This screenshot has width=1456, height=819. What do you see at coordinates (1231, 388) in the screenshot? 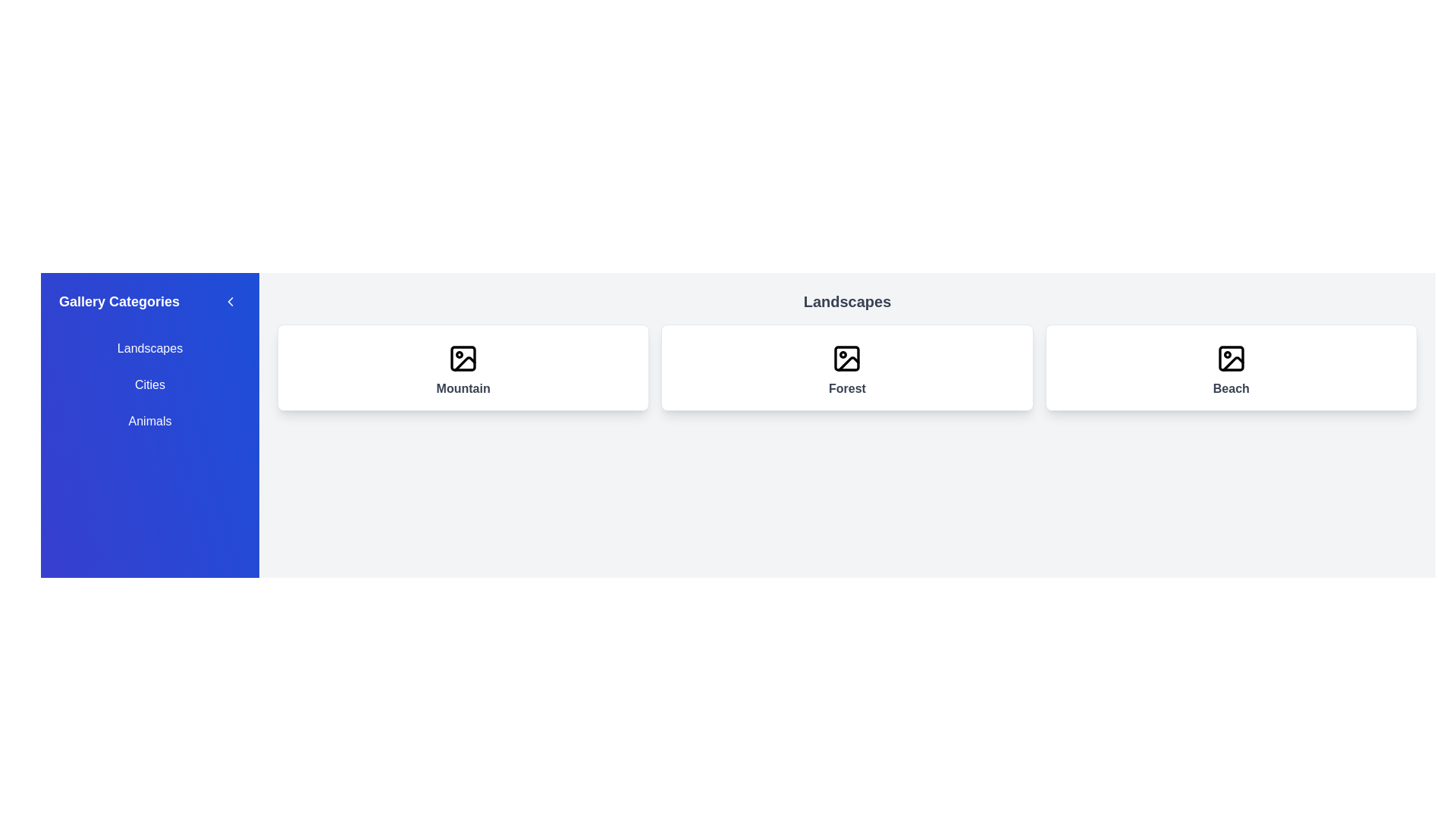
I see `the text label displaying the word 'Beach,' which is styled with a bold font and gray color, located at the bottom-central area of a card-like structure` at bounding box center [1231, 388].